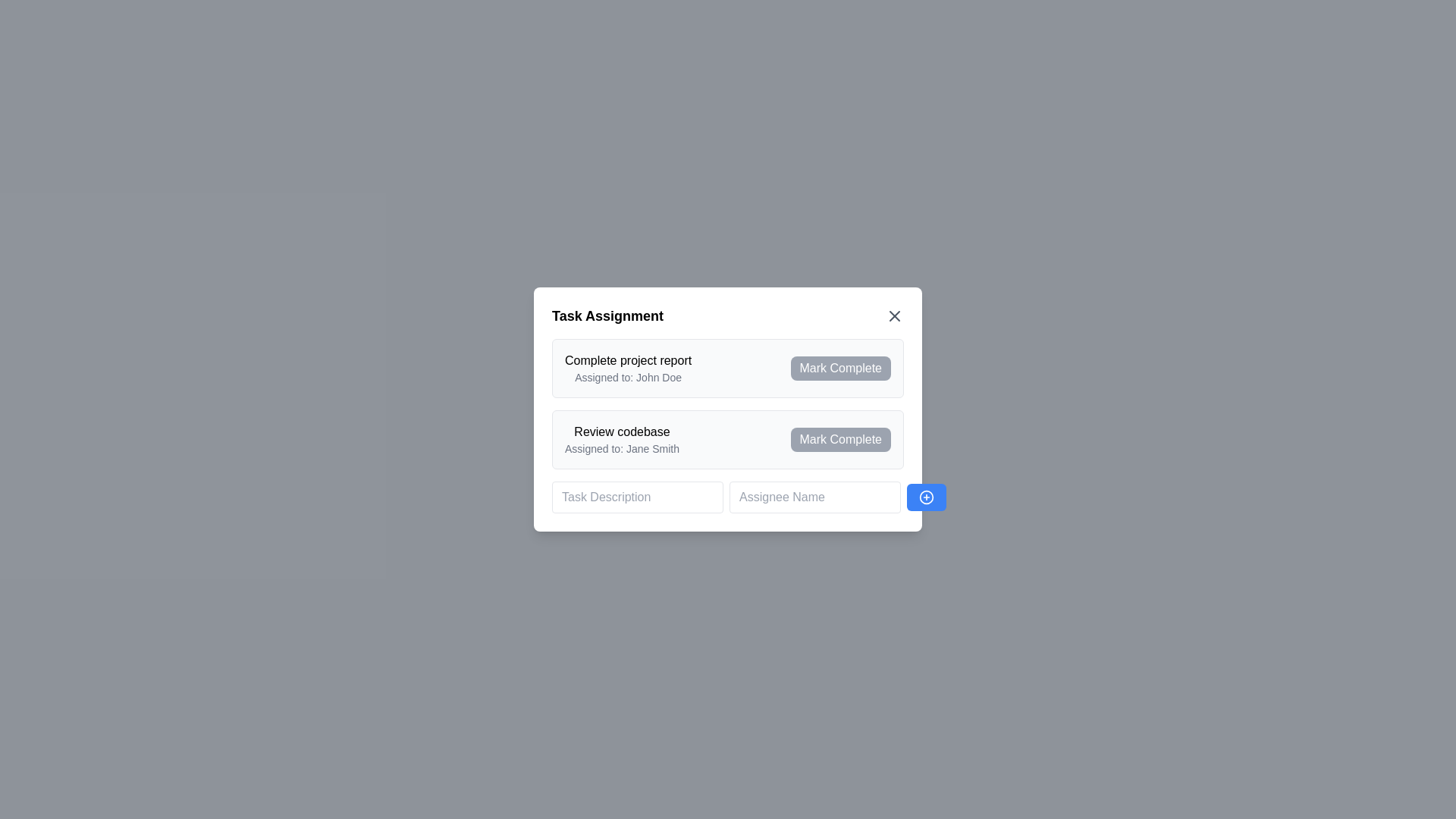 The width and height of the screenshot is (1456, 819). What do you see at coordinates (628, 360) in the screenshot?
I see `the Text label that presents the title or description of a specific task assigned to a user, located centrally in the top half of the dialog` at bounding box center [628, 360].